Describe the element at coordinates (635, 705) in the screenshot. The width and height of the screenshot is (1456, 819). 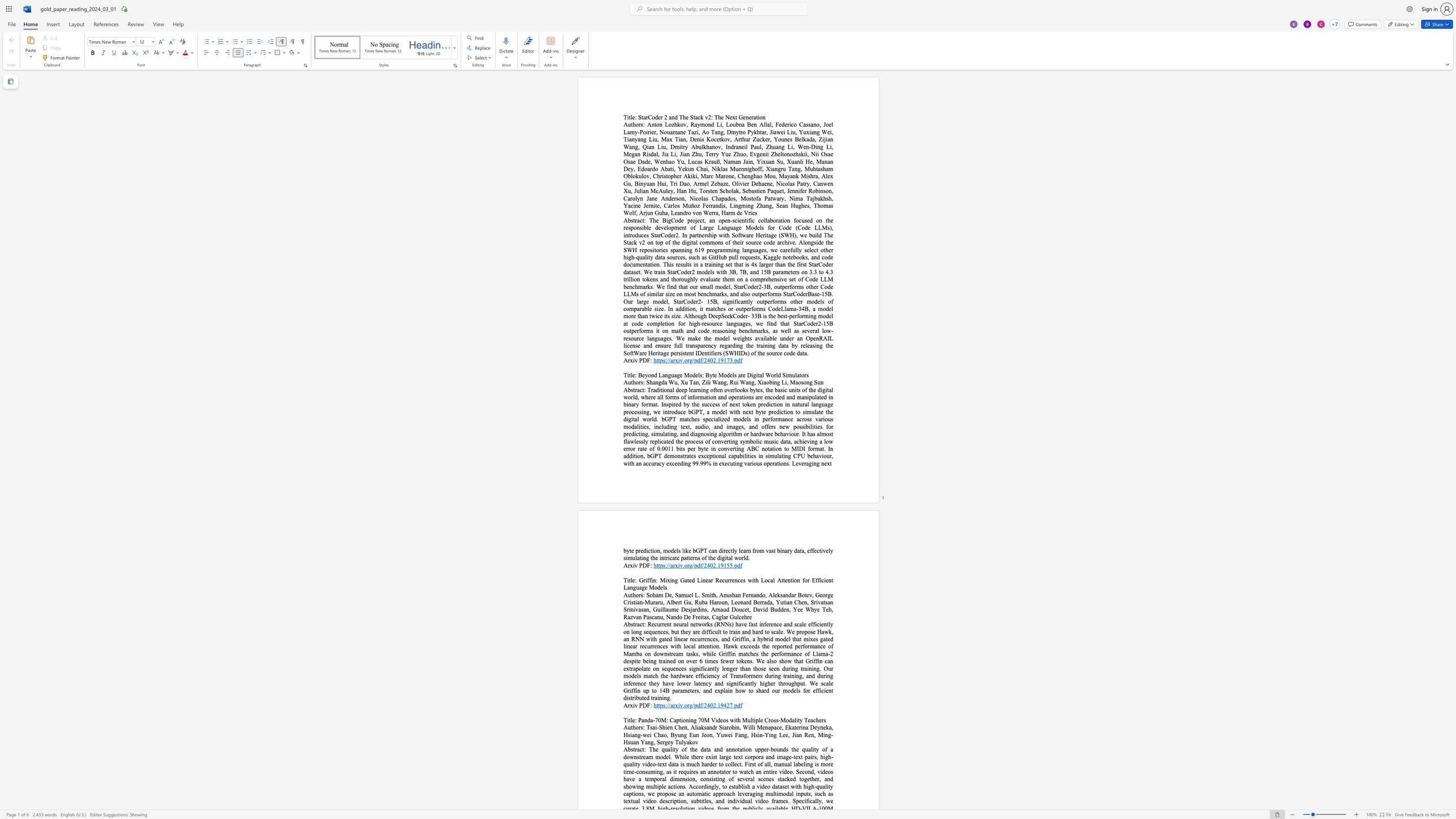
I see `the space between the continuous character "i" and "v" in the text` at that location.